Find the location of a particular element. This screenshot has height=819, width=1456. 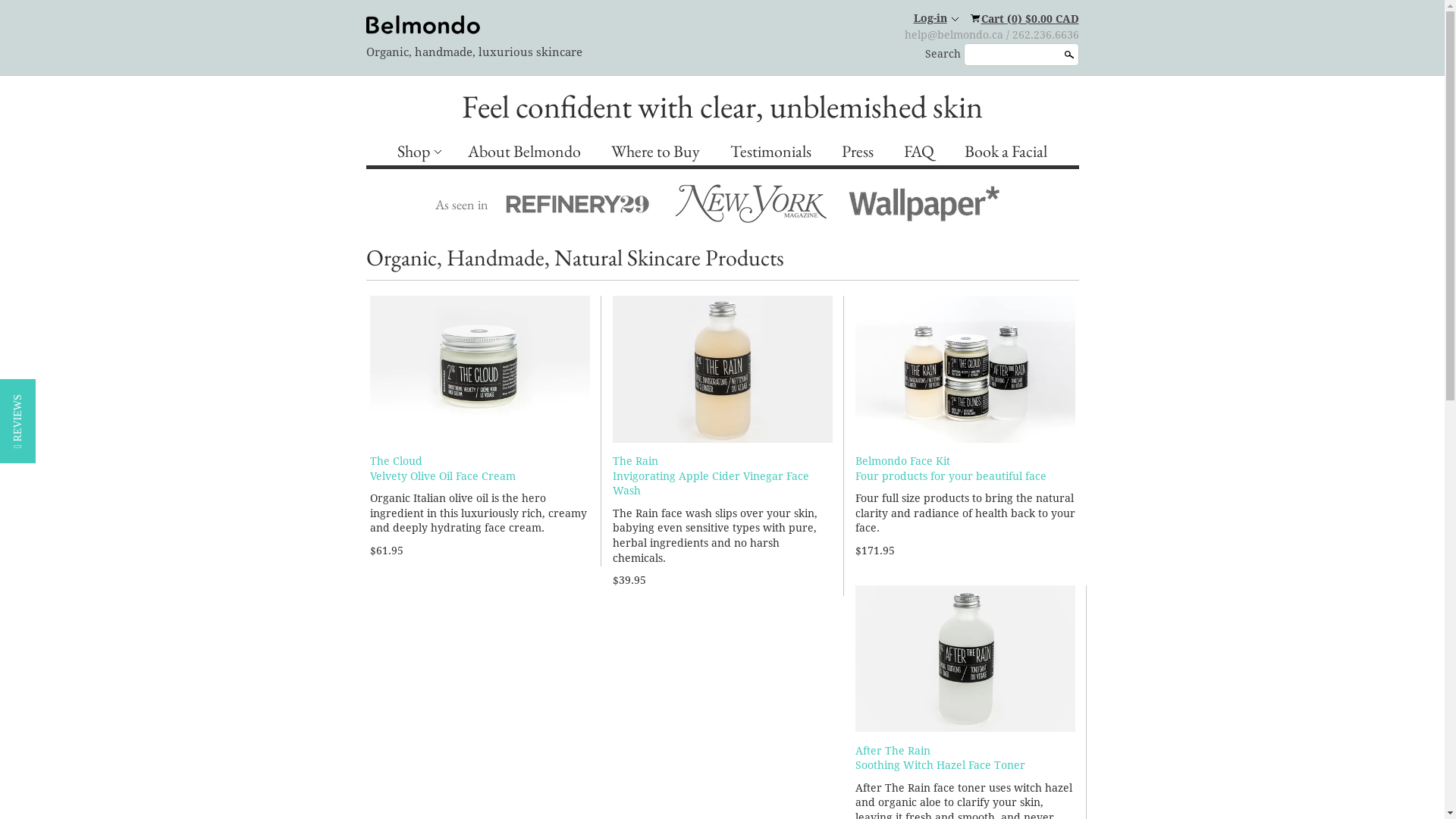

'Shop' is located at coordinates (417, 152).